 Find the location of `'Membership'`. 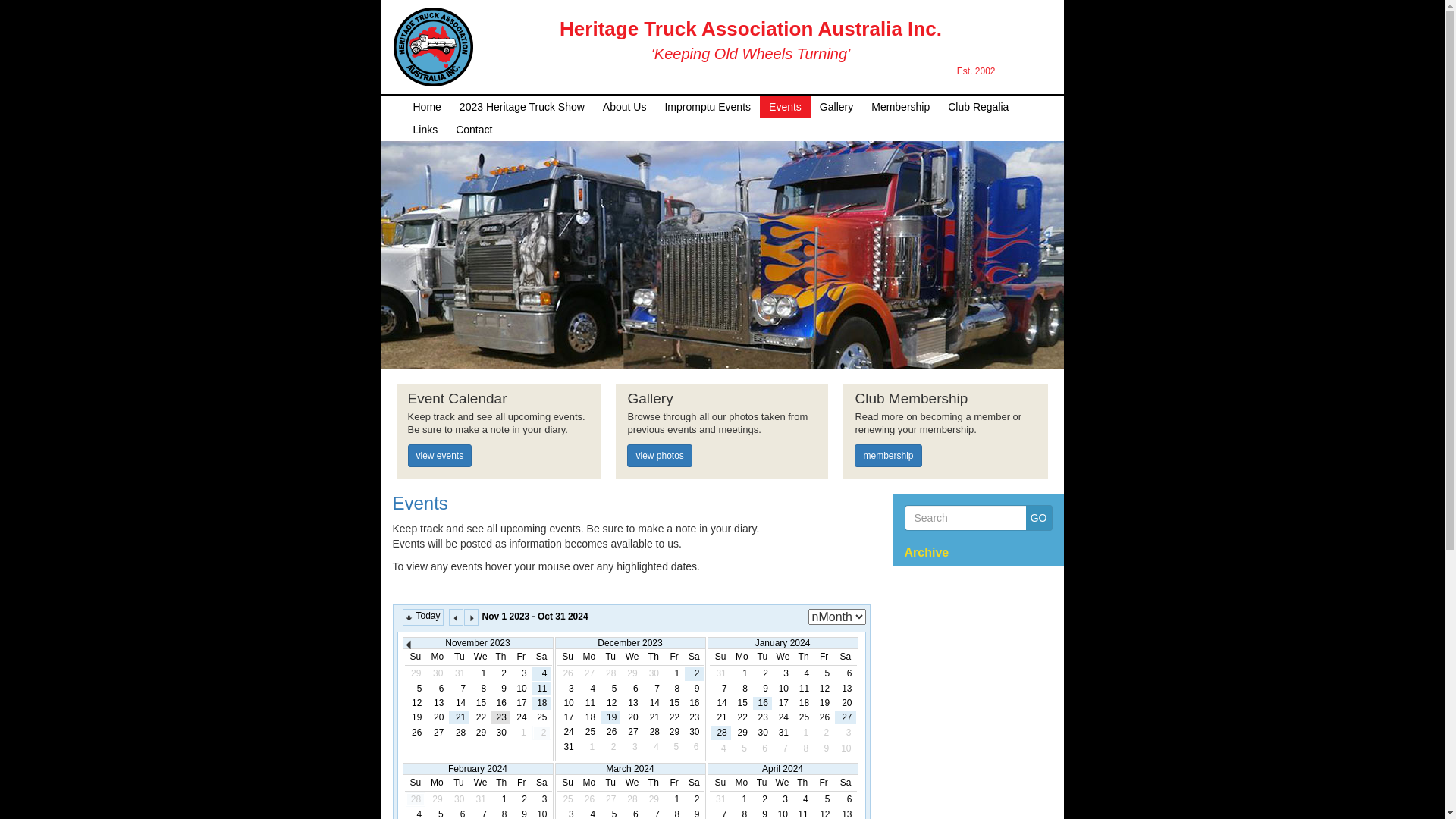

'Membership' is located at coordinates (900, 106).